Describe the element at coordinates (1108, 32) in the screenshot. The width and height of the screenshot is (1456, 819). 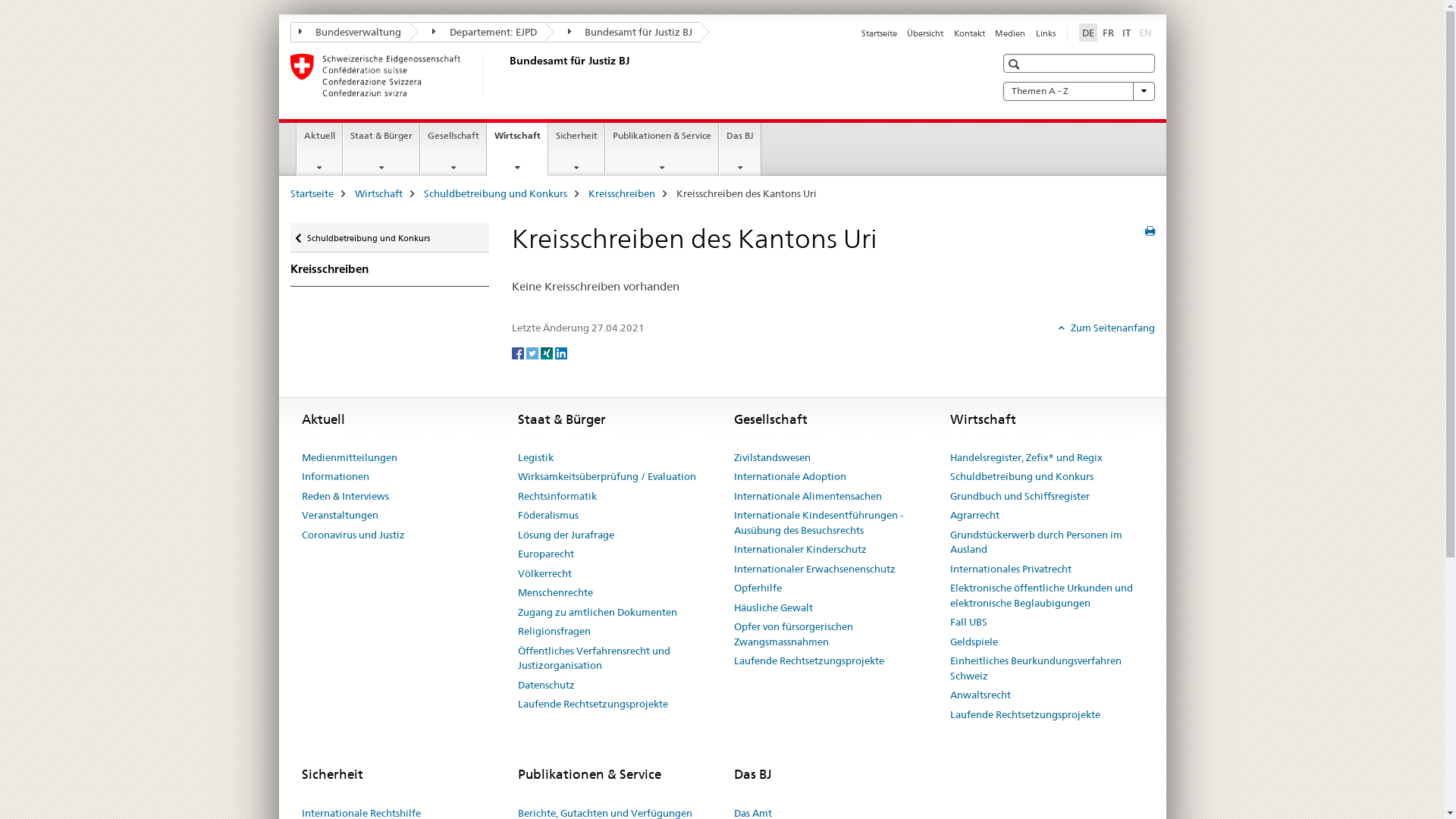
I see `'FR'` at that location.